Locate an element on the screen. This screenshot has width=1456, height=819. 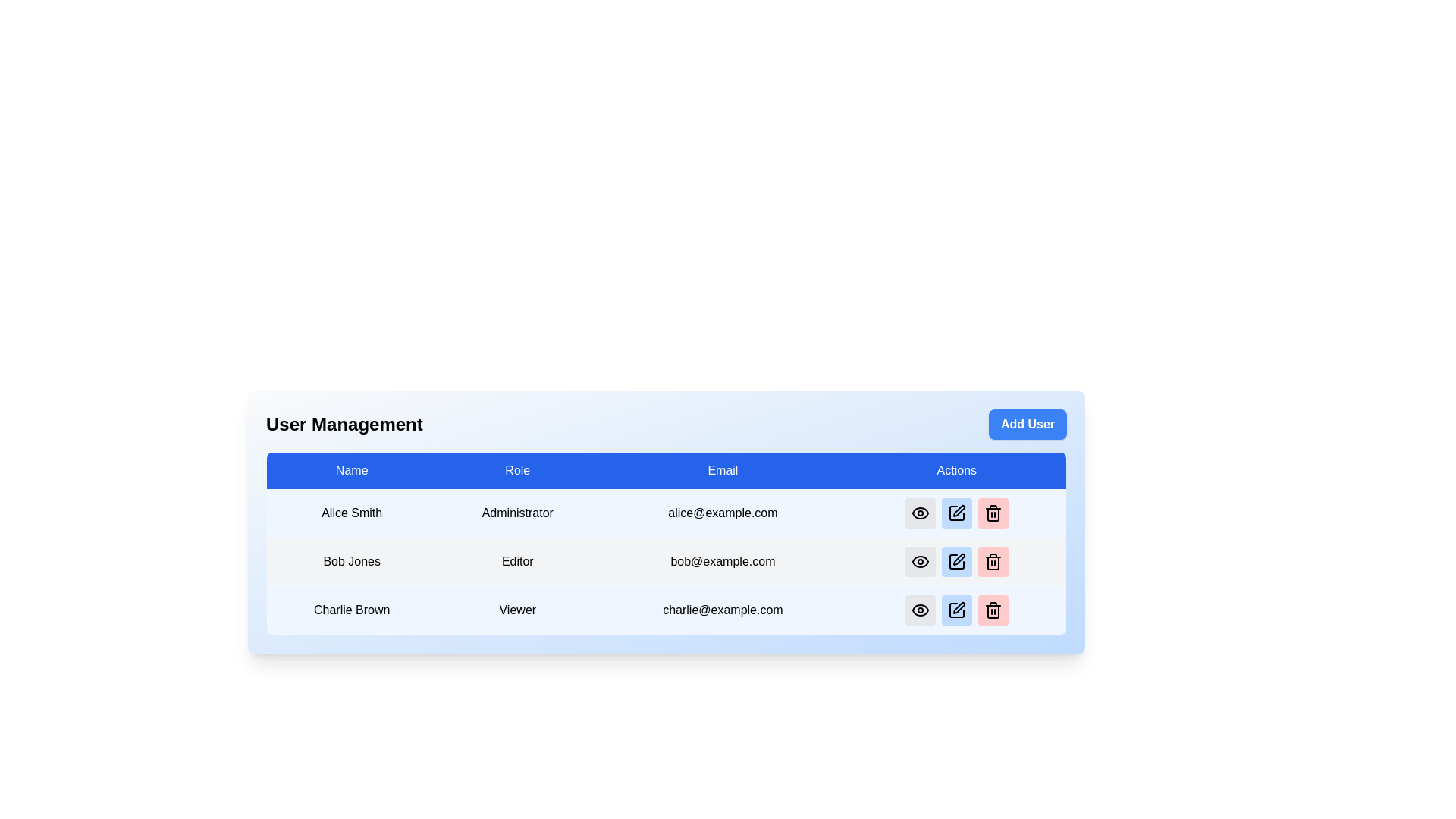
the delete button located in the 'Actions' column of the third row of the table is located at coordinates (993, 610).